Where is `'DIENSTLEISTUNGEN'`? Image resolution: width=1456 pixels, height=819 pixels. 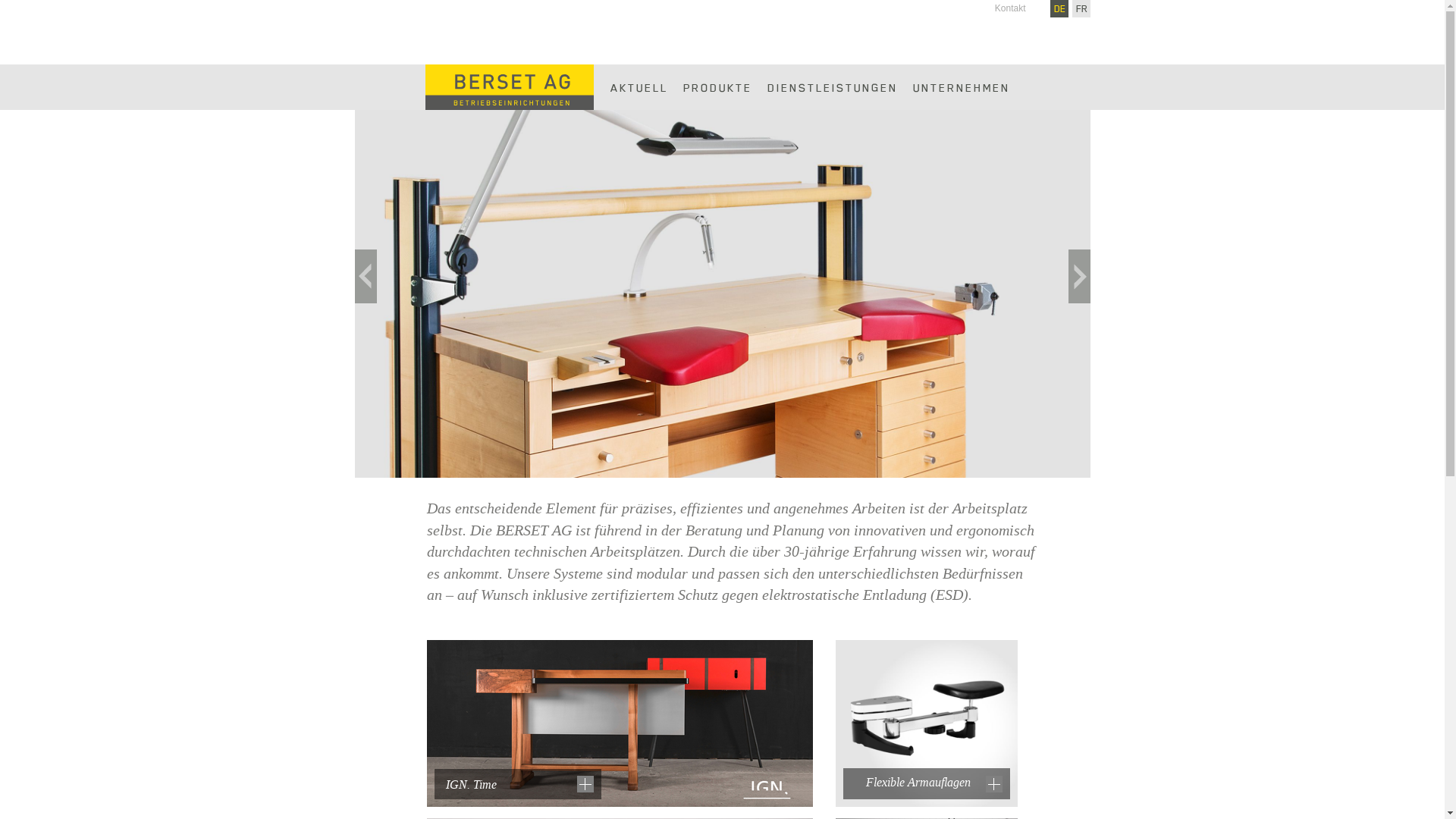 'DIENSTLEISTUNGEN' is located at coordinates (832, 87).